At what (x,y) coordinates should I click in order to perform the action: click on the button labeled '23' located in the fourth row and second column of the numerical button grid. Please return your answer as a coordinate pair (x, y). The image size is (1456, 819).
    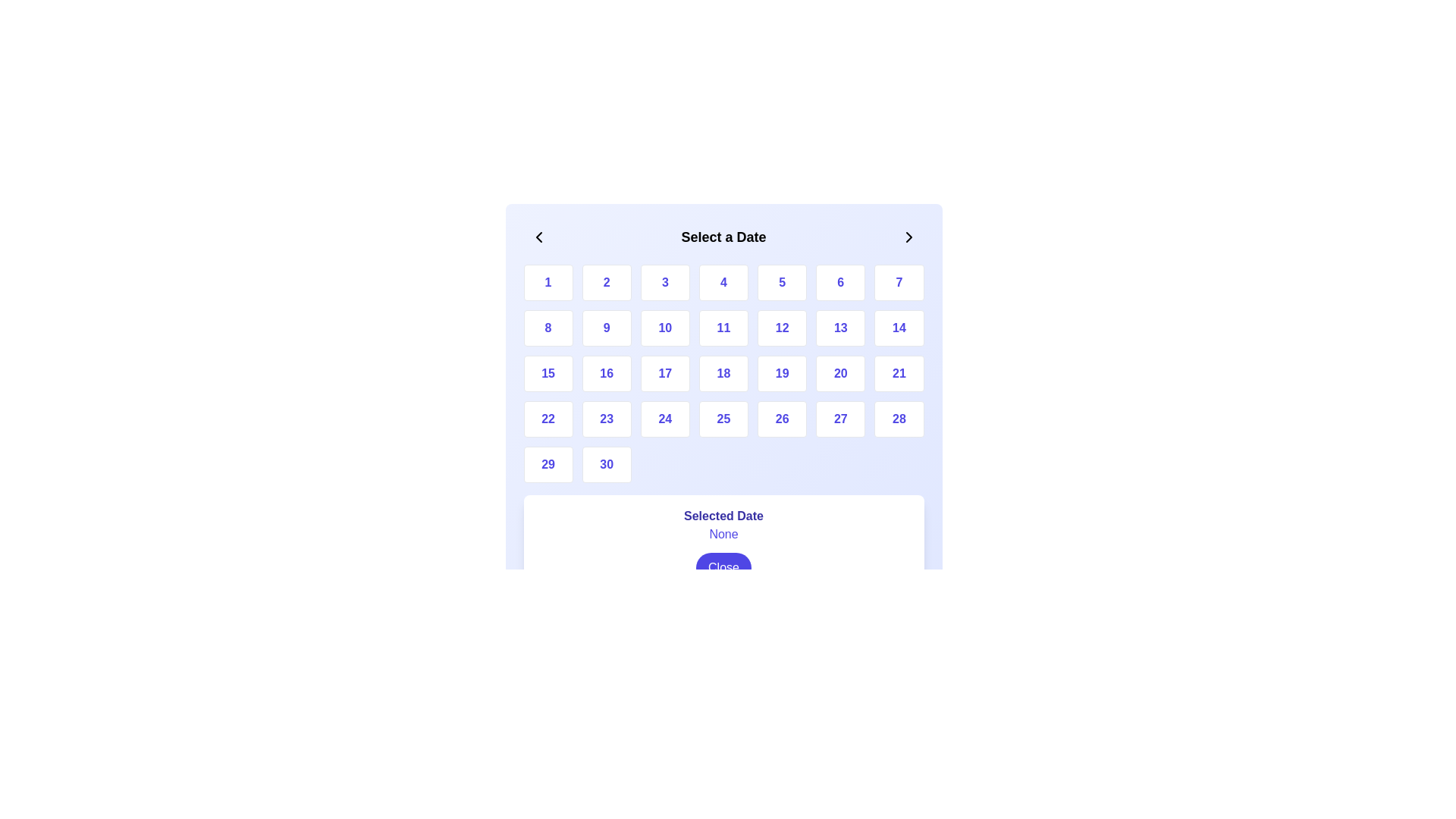
    Looking at the image, I should click on (607, 419).